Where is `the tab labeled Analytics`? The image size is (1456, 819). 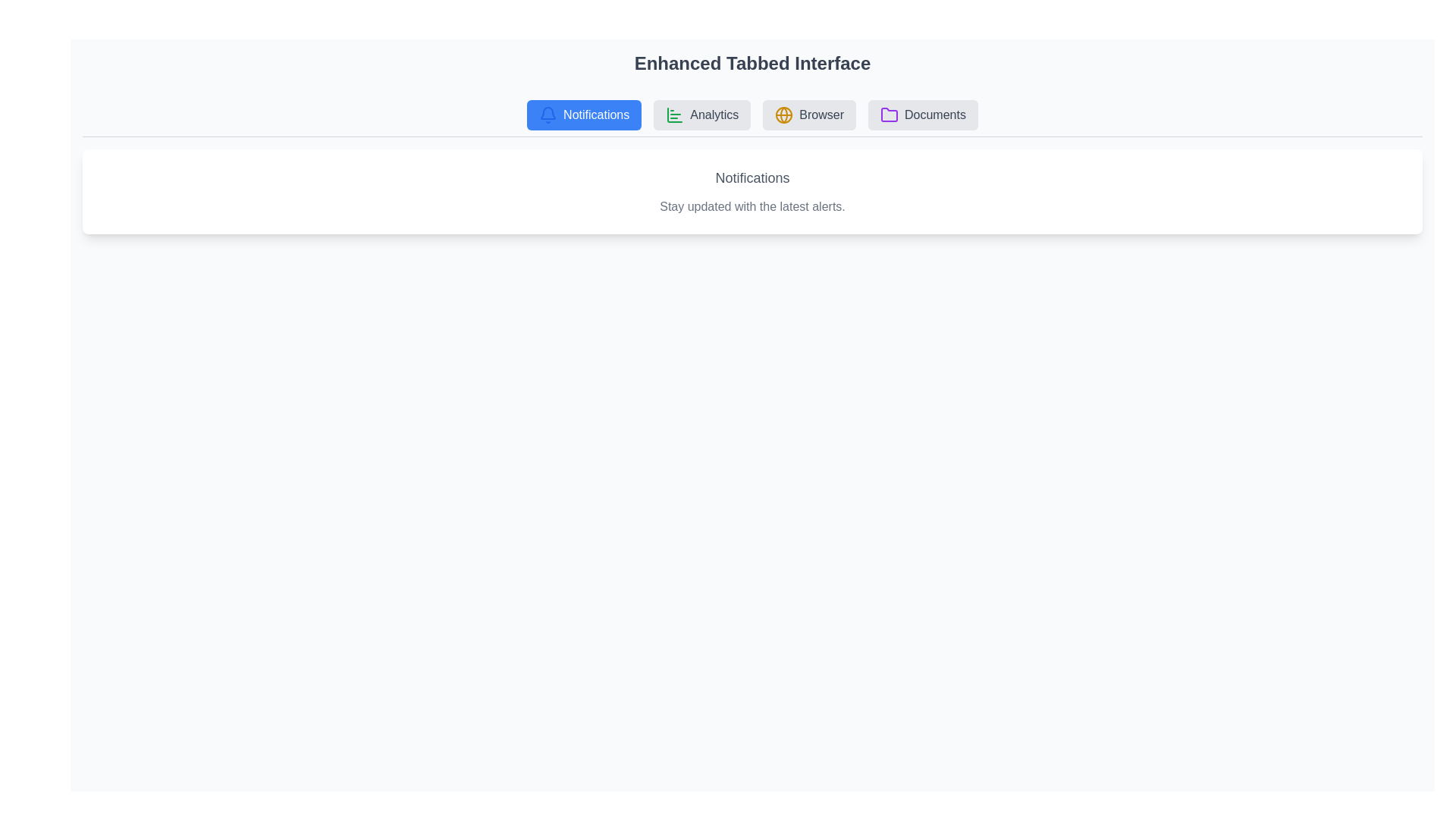 the tab labeled Analytics is located at coordinates (701, 114).